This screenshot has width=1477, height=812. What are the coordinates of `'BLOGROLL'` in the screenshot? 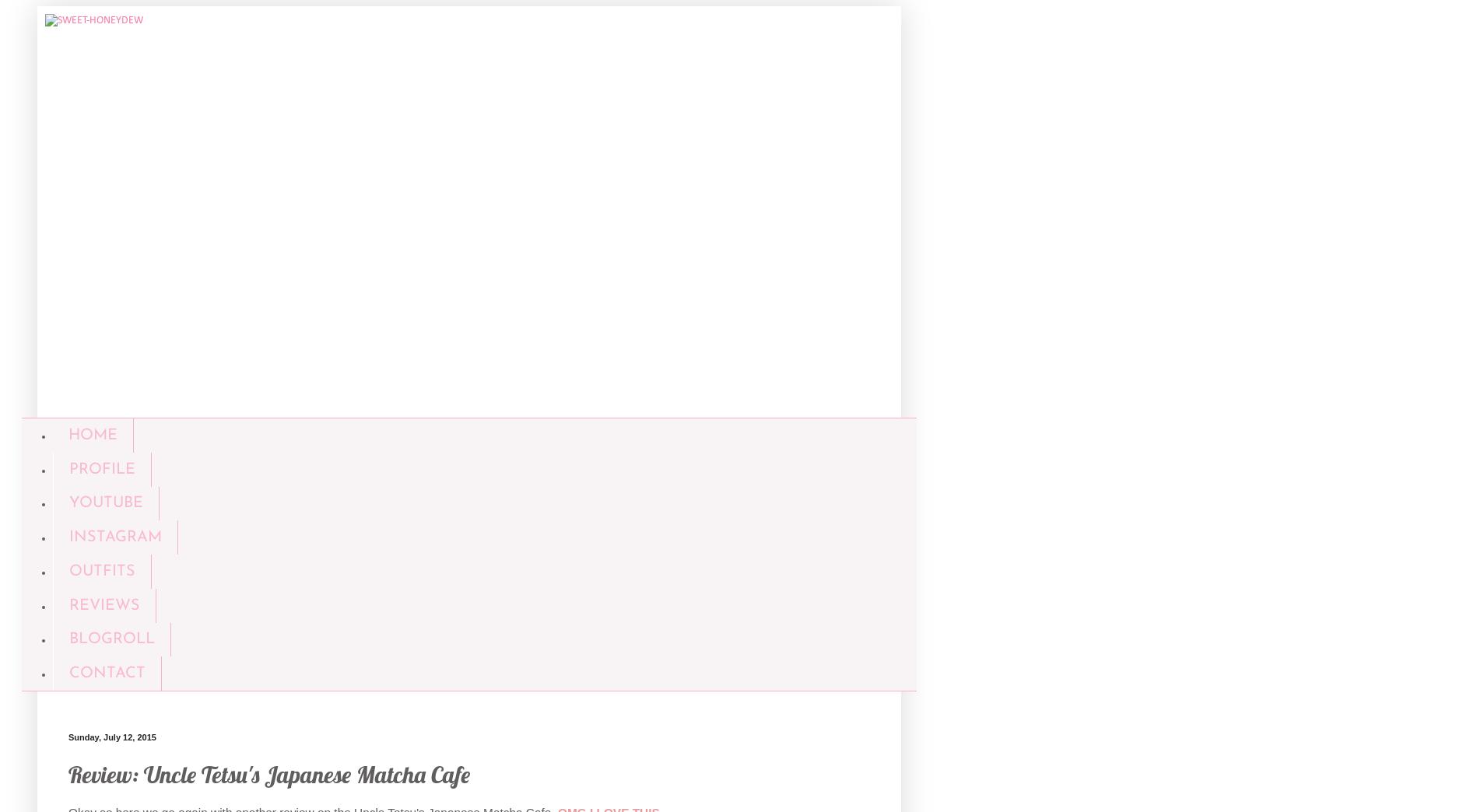 It's located at (111, 639).